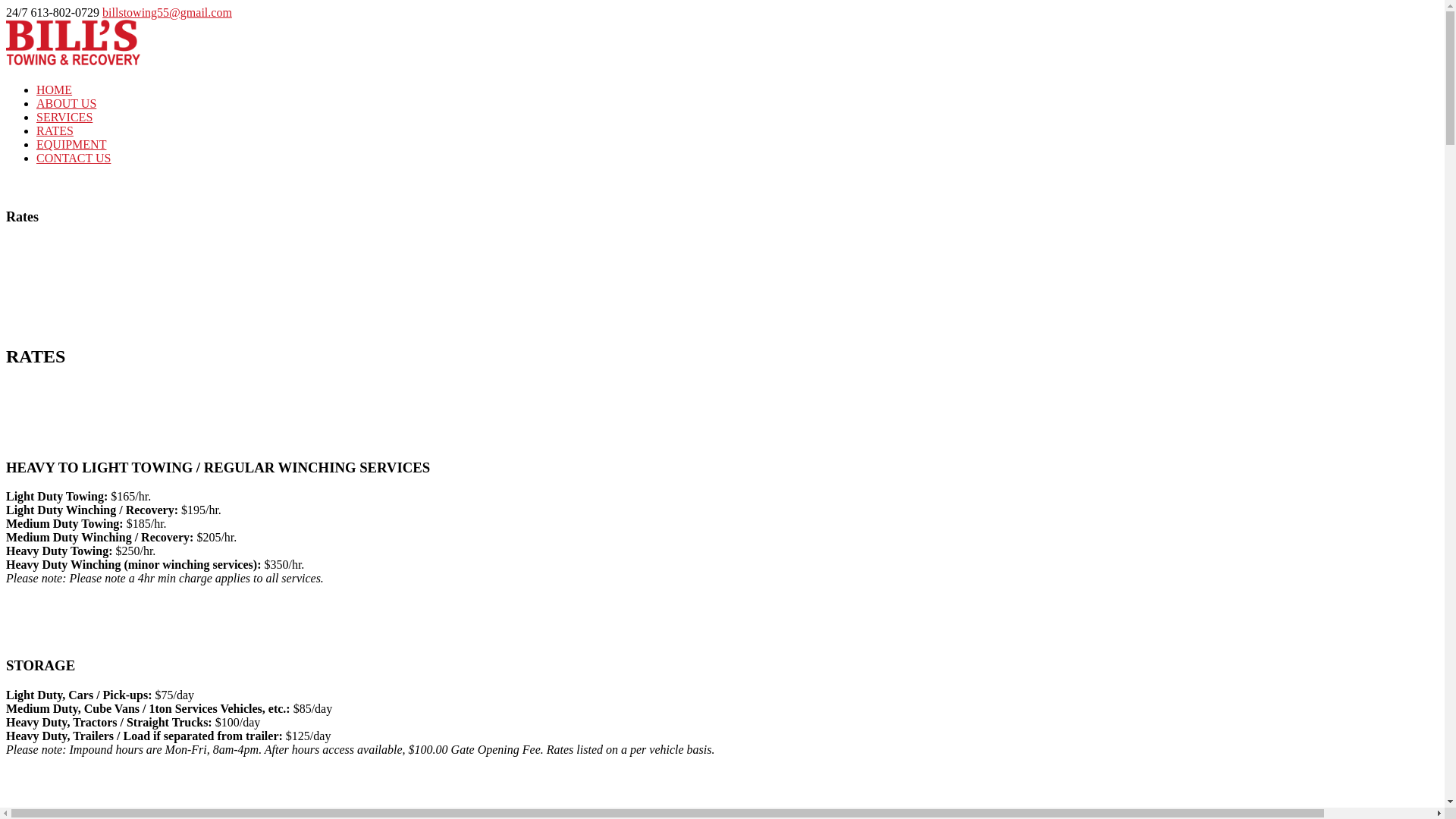  I want to click on 'SERVICES', so click(36, 116).